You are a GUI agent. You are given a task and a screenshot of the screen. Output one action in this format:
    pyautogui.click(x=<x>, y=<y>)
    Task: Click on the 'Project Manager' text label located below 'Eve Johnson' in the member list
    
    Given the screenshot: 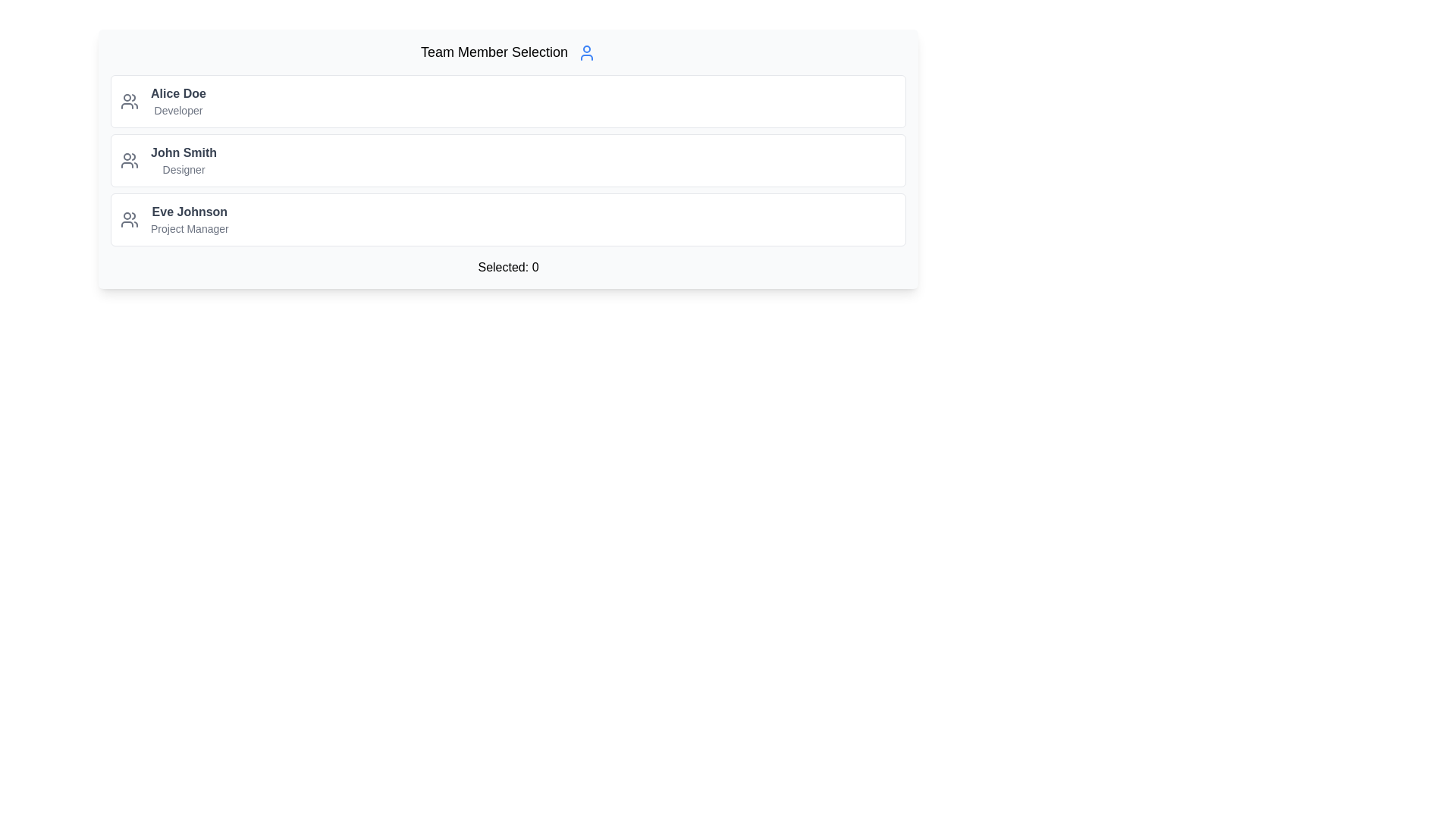 What is the action you would take?
    pyautogui.click(x=189, y=228)
    